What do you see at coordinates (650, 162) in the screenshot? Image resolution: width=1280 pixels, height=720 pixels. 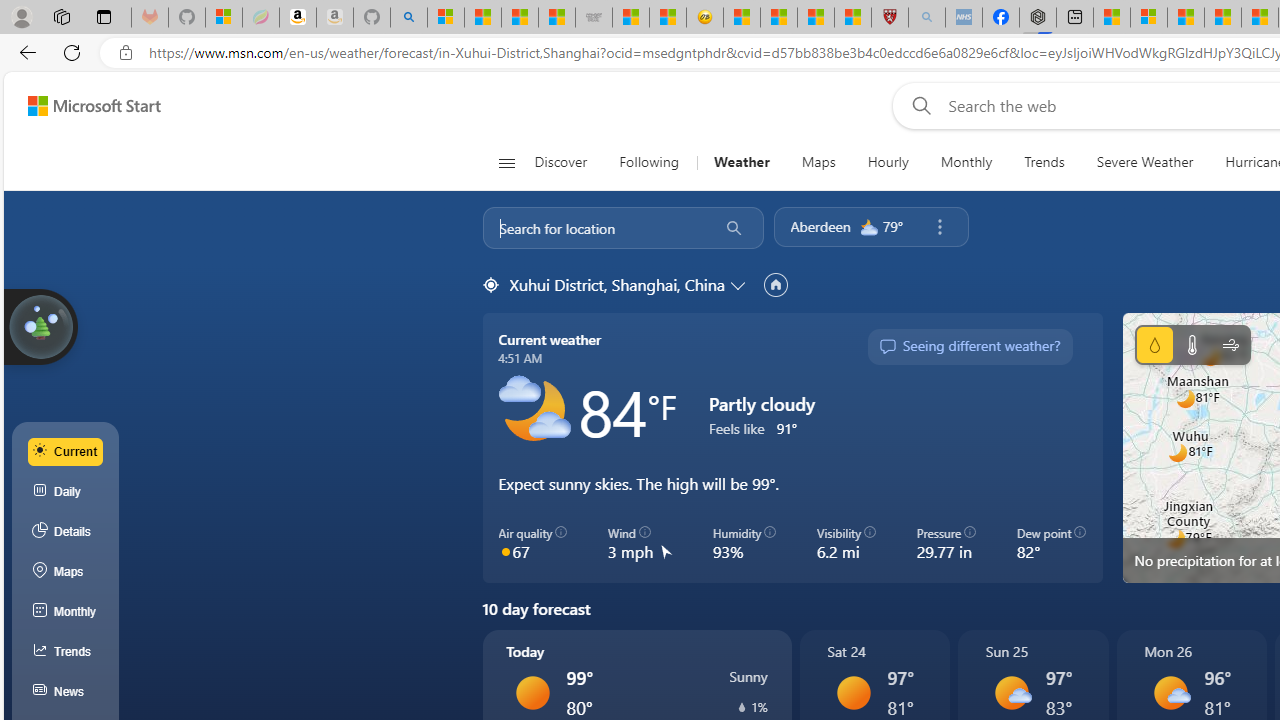 I see `'Following'` at bounding box center [650, 162].